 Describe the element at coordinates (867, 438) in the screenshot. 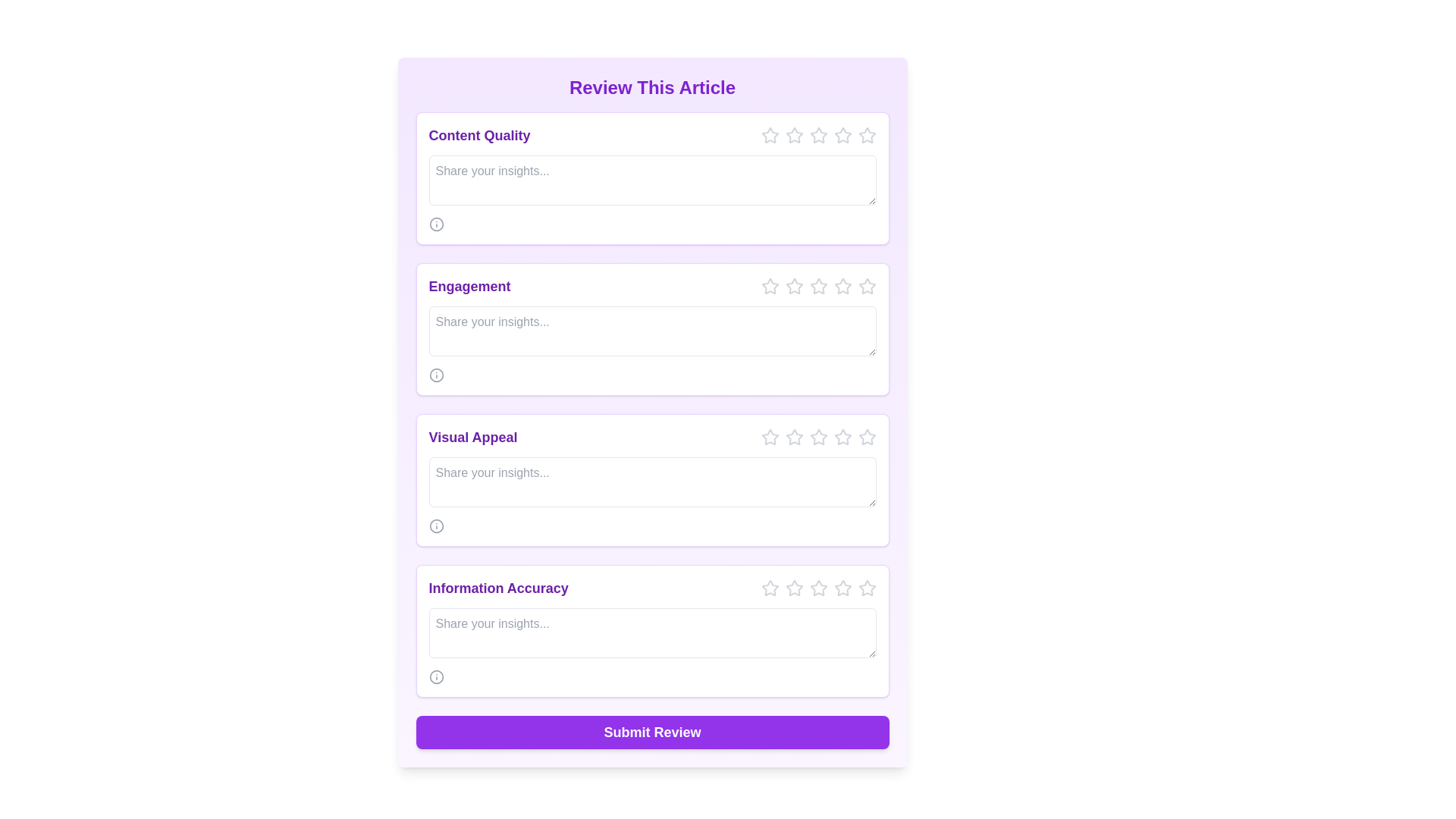

I see `the fifth star icon in the row of five star icons at the top right of the 'Visual Appeal' section to set the rating` at that location.